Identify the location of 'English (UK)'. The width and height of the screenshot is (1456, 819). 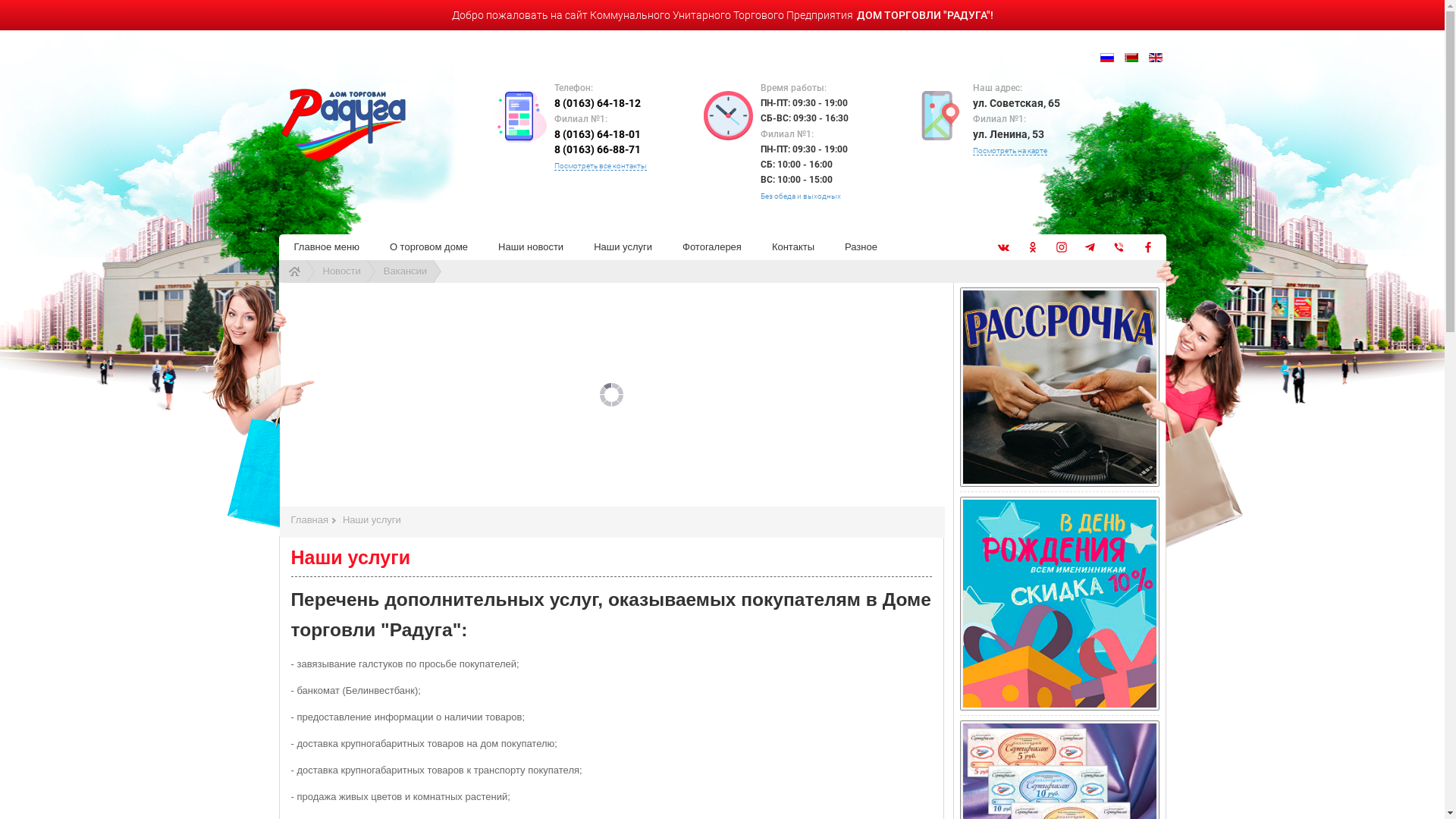
(1153, 57).